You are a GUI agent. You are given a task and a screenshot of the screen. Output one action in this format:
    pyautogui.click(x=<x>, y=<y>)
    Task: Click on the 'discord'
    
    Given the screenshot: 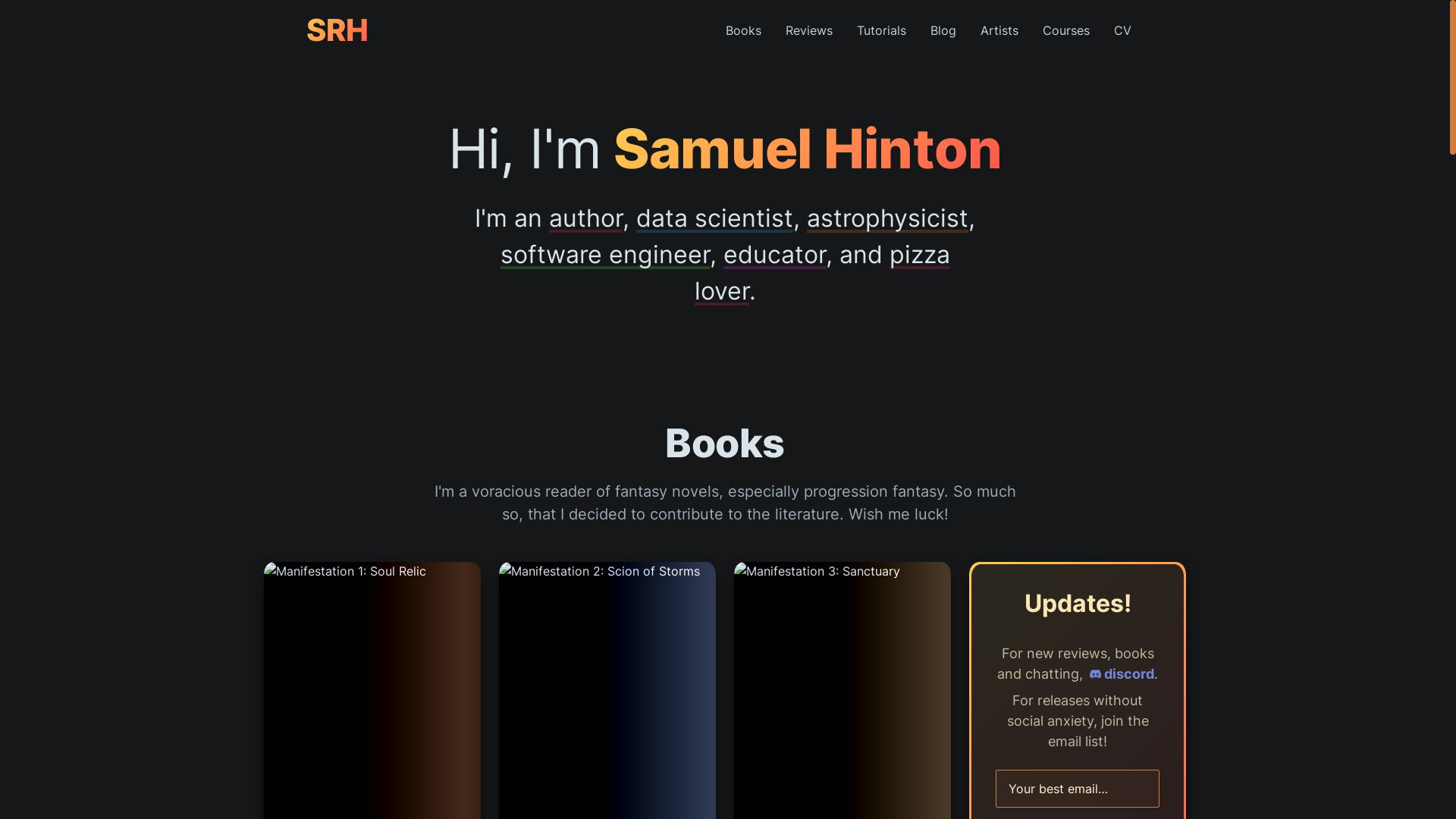 What is the action you would take?
    pyautogui.click(x=1120, y=673)
    